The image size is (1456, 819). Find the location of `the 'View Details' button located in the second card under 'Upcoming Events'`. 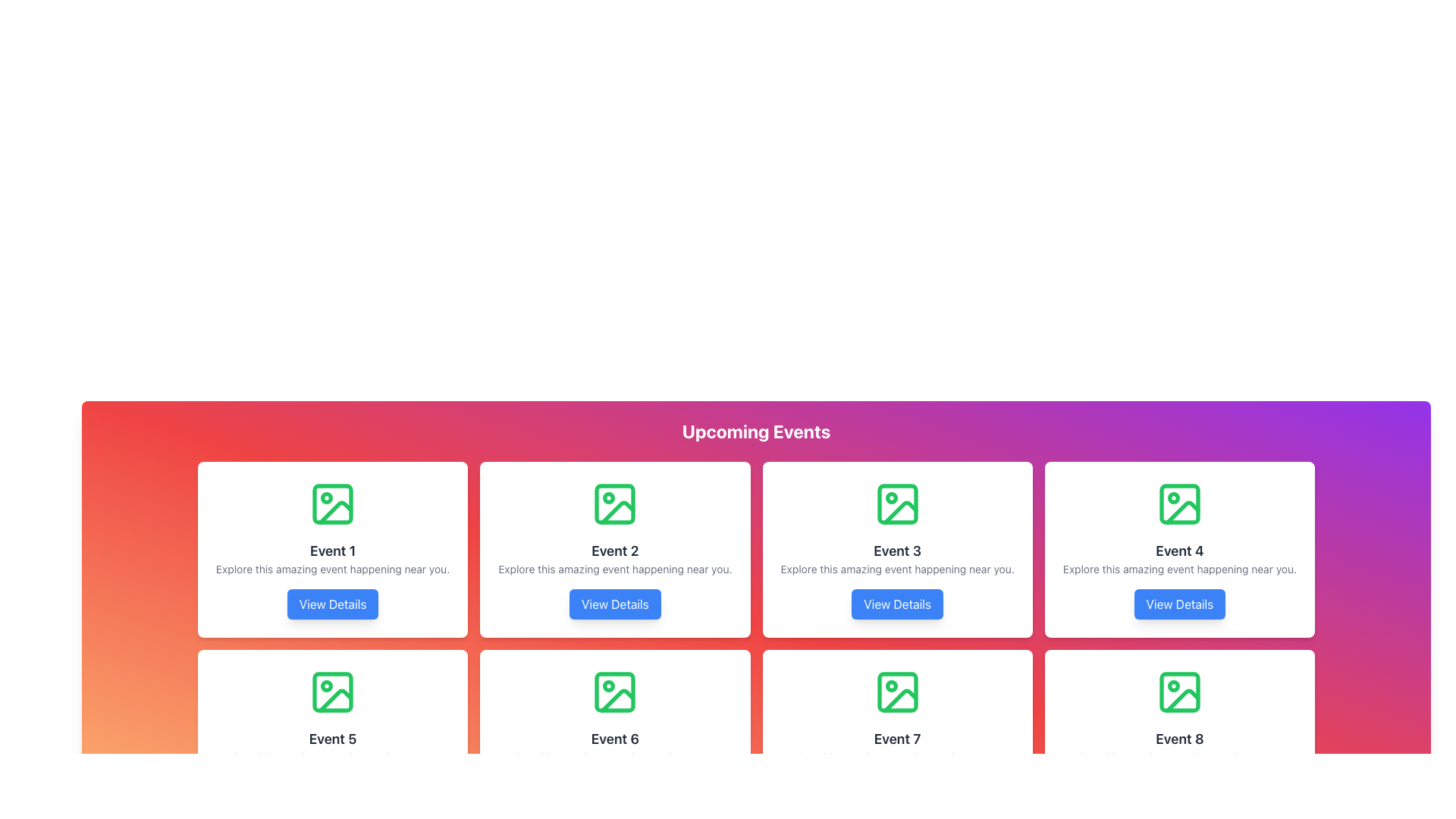

the 'View Details' button located in the second card under 'Upcoming Events' is located at coordinates (615, 604).